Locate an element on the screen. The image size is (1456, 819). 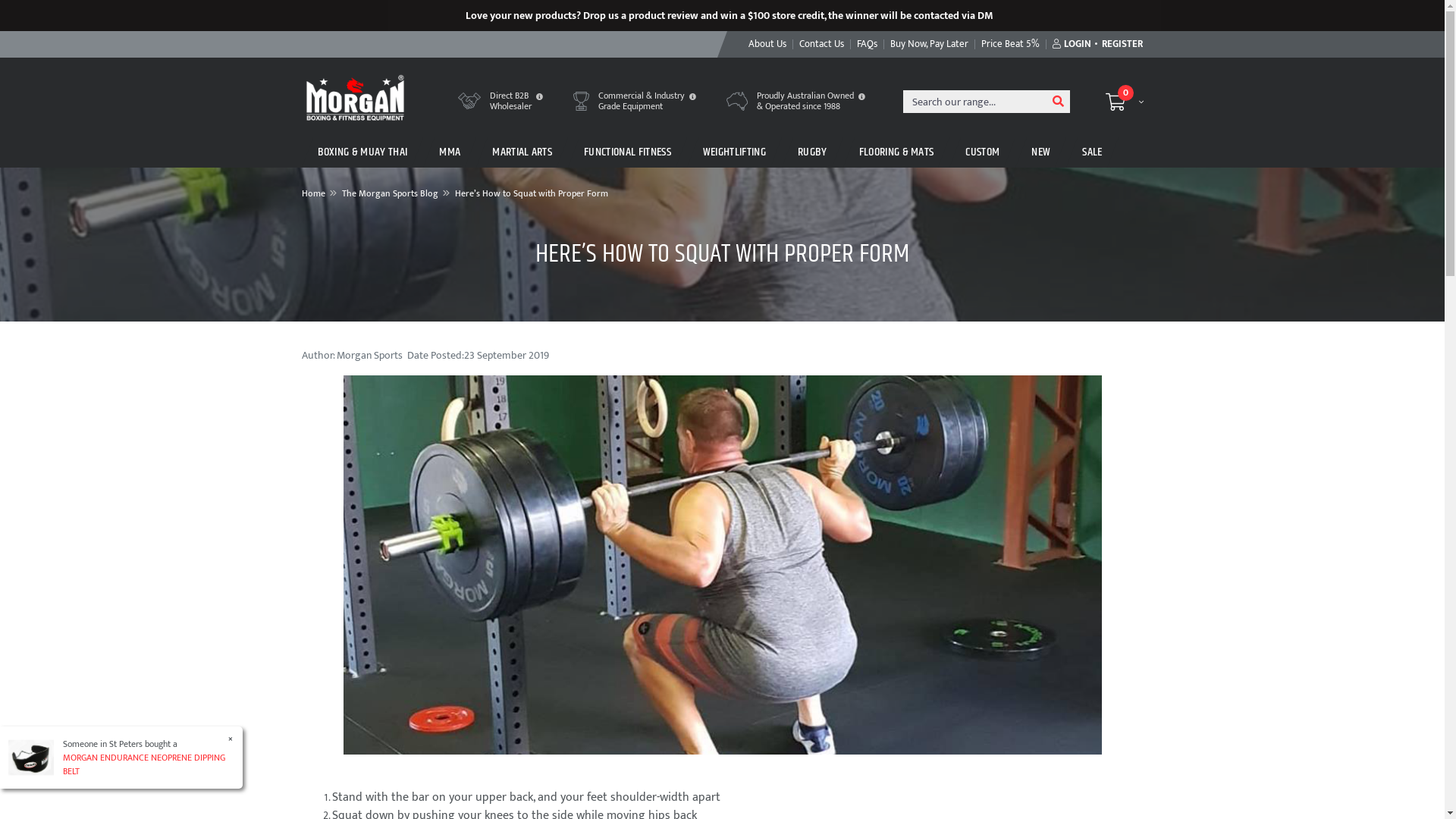
'Contact Us' is located at coordinates (821, 43).